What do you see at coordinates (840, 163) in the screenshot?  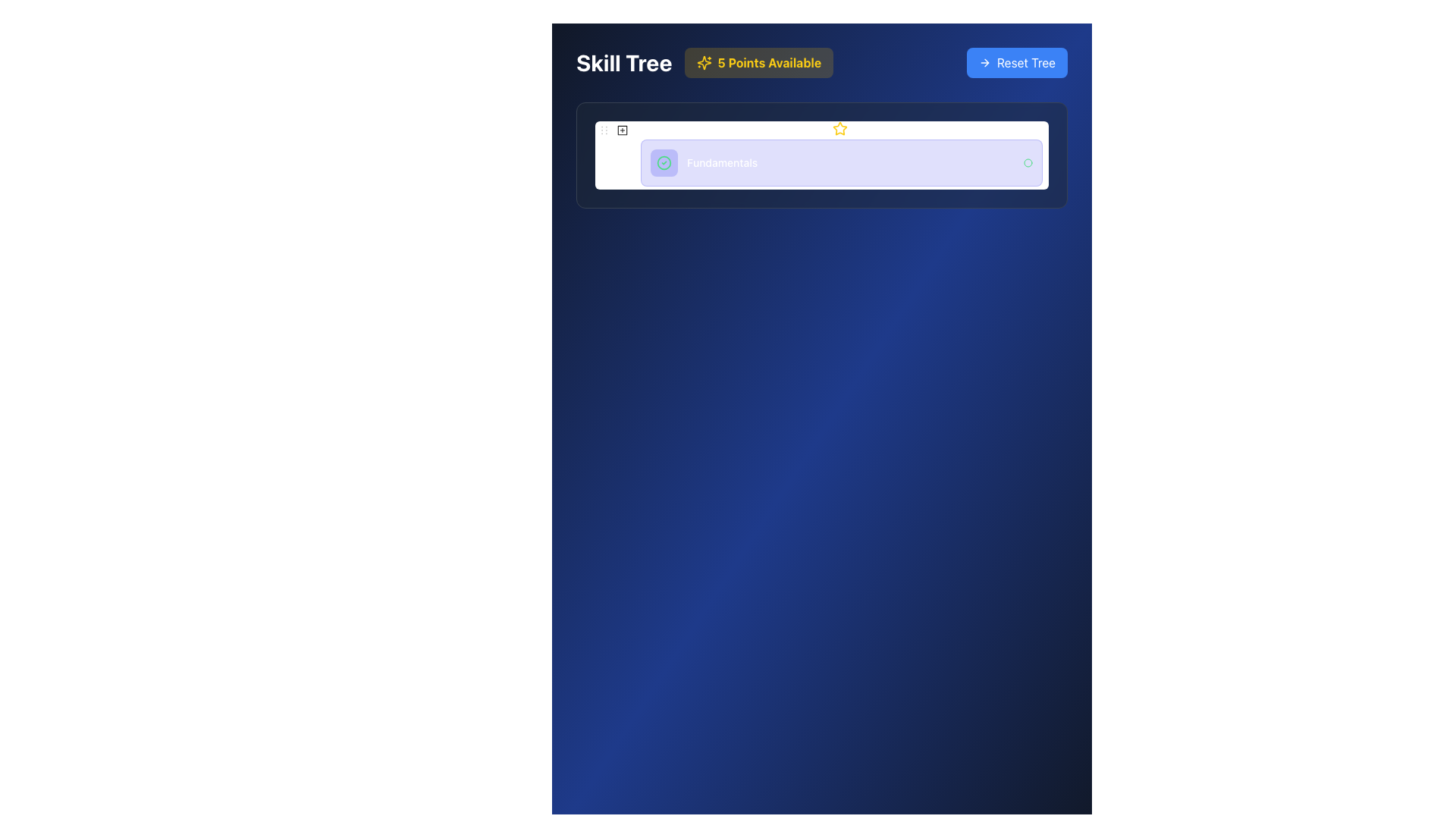 I see `the first skill item in the skill tree` at bounding box center [840, 163].